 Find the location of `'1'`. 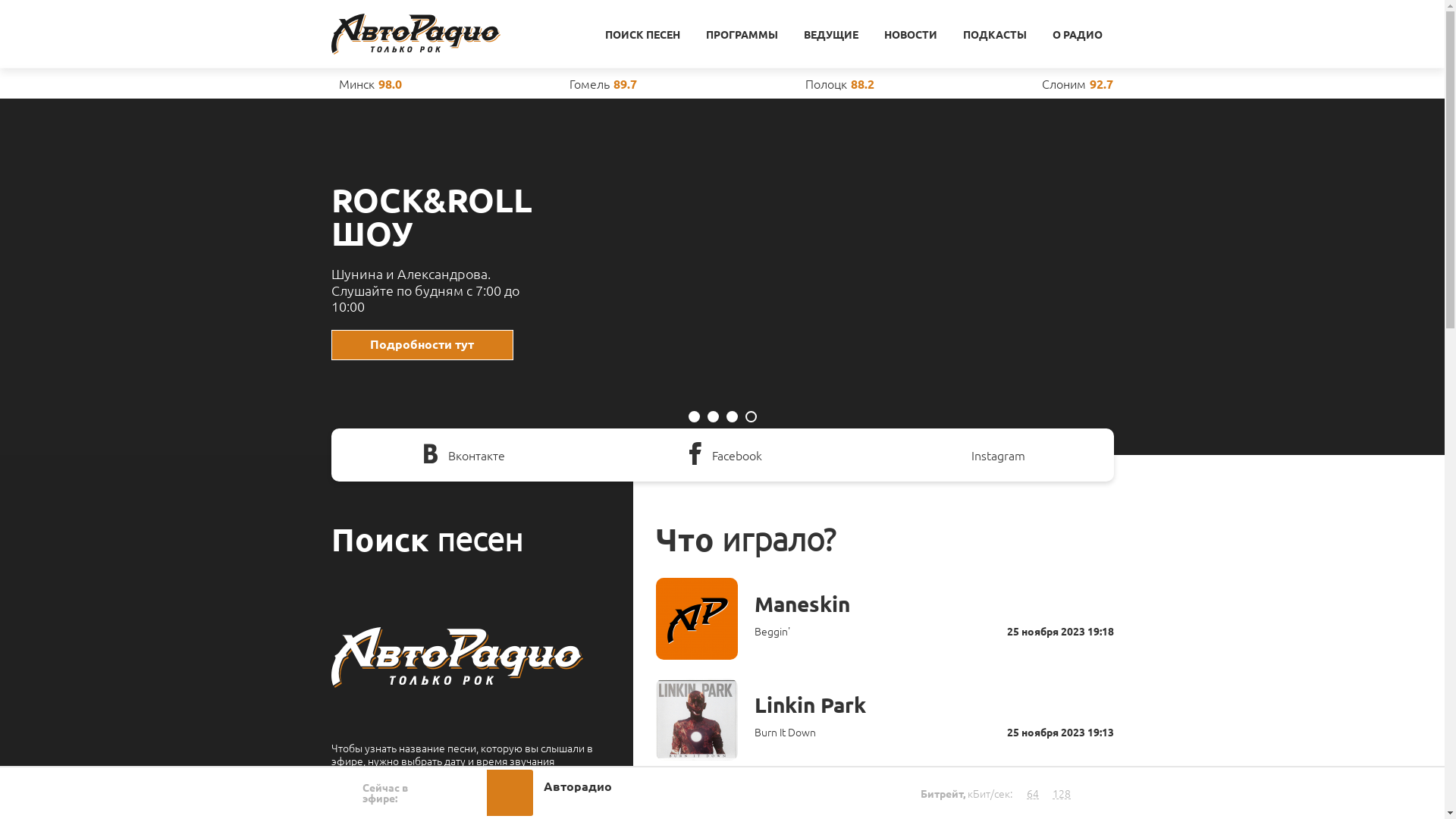

'1' is located at coordinates (693, 416).